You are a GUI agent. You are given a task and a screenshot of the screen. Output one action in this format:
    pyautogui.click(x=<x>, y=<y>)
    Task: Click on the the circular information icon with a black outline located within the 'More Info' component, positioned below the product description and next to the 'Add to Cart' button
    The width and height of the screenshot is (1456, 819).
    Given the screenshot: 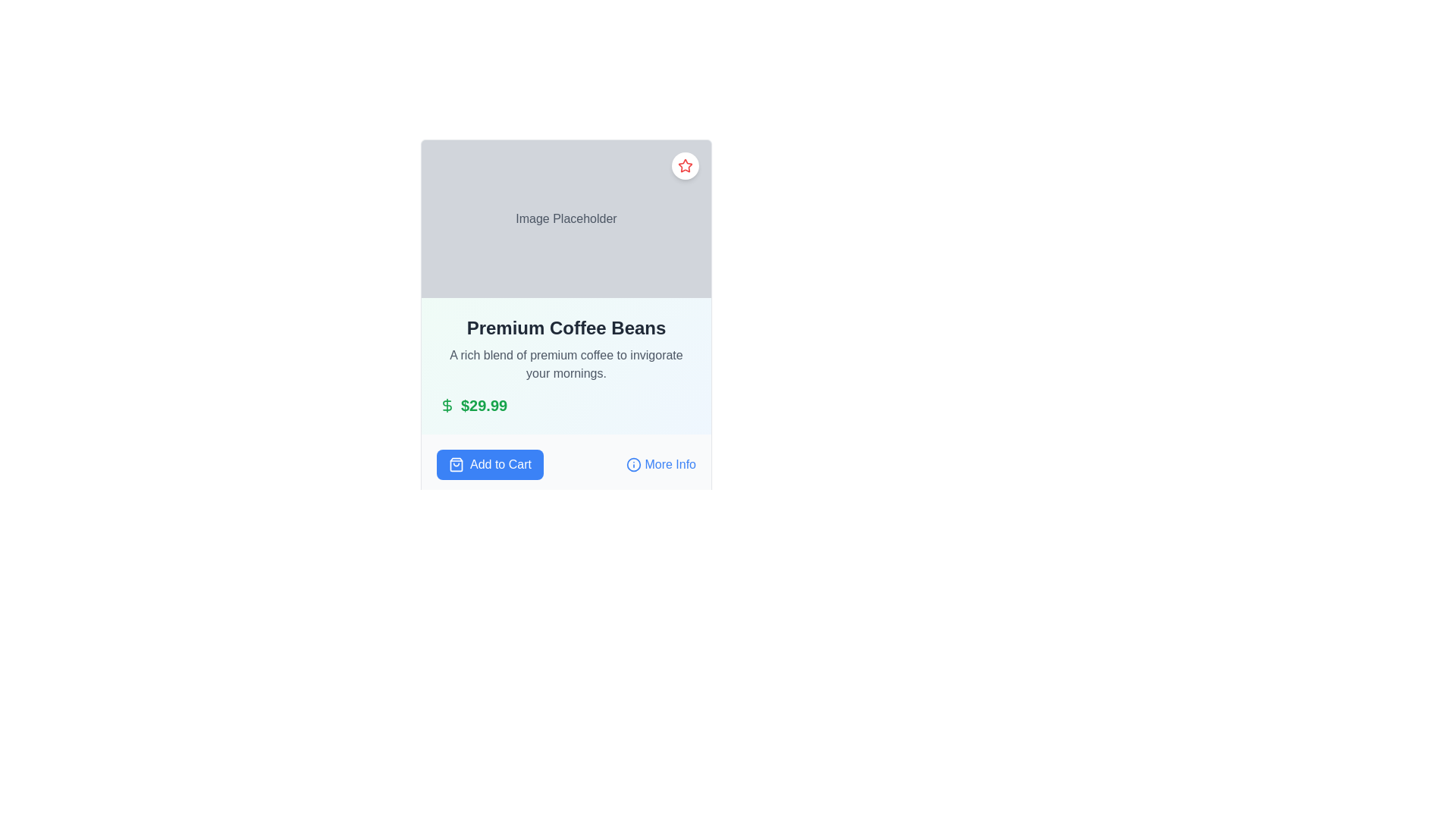 What is the action you would take?
    pyautogui.click(x=634, y=464)
    